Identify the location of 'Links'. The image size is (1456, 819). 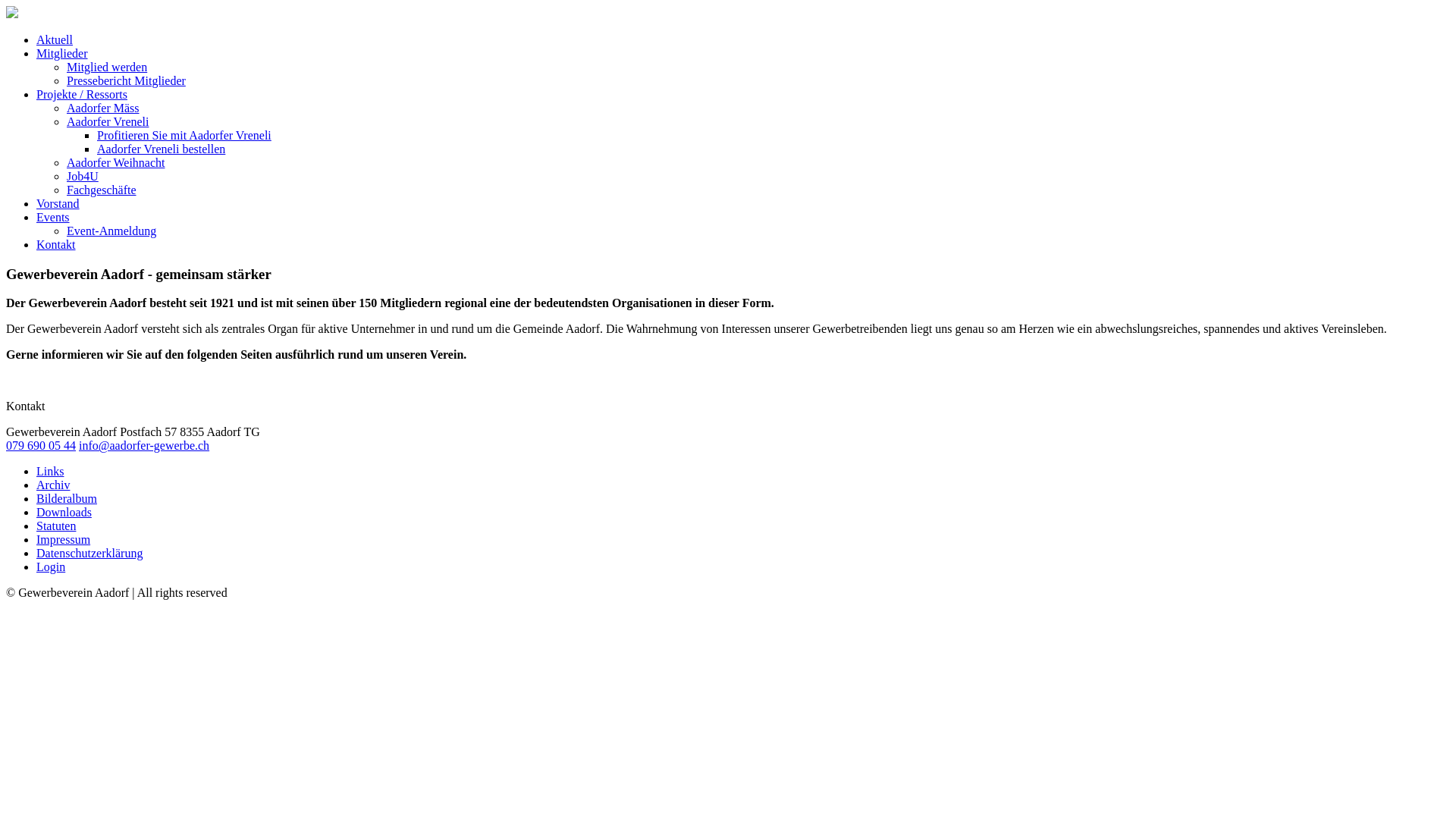
(50, 470).